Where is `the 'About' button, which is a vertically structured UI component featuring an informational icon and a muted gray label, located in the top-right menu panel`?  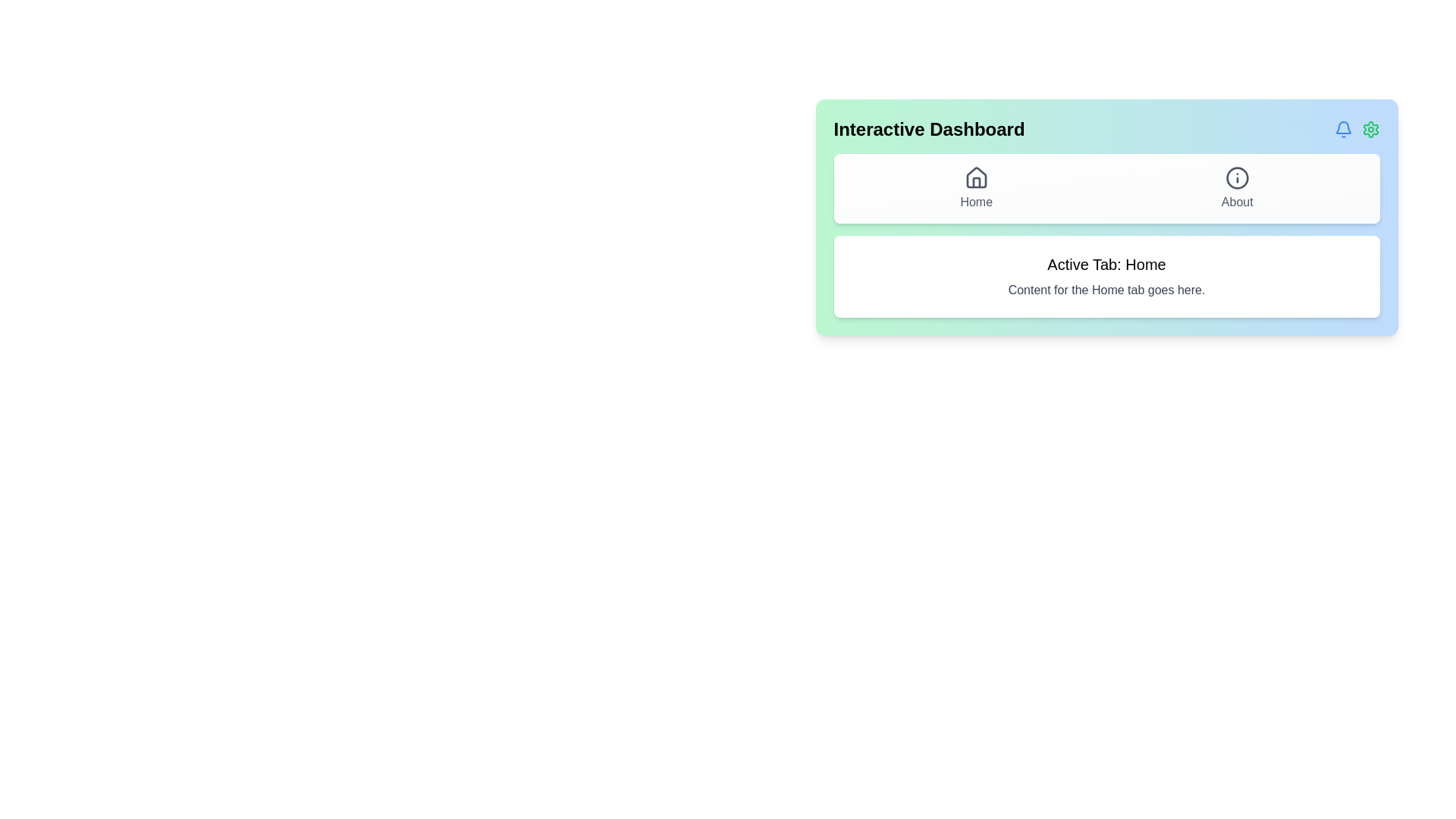 the 'About' button, which is a vertically structured UI component featuring an informational icon and a muted gray label, located in the top-right menu panel is located at coordinates (1237, 188).